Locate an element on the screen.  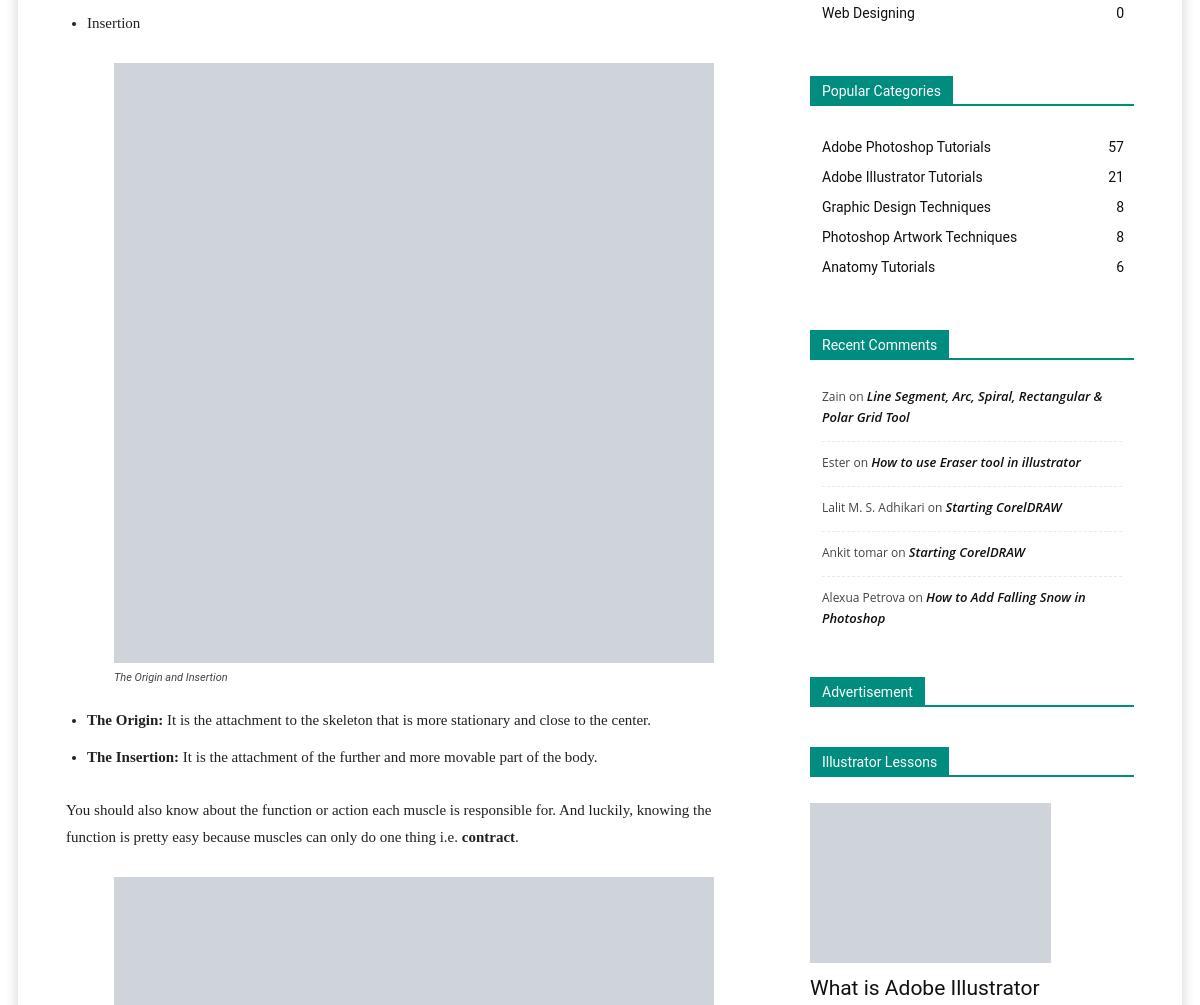
'Ankit tomar' is located at coordinates (853, 550).